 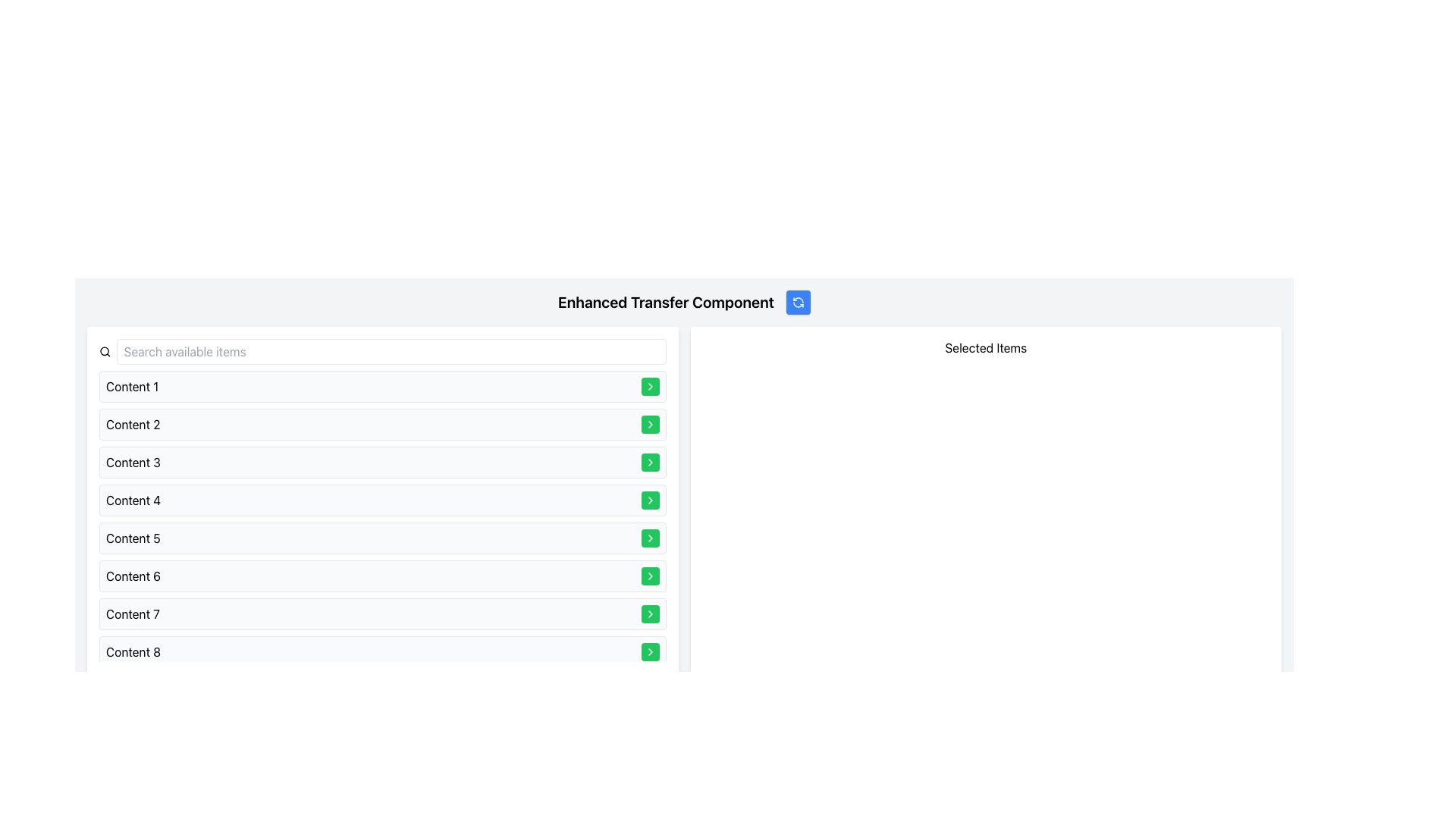 I want to click on the right-pointing chevron arrow icon with a green background located within a button-like element in the same row as 'Content 8' in the left panel, so click(x=650, y=500).